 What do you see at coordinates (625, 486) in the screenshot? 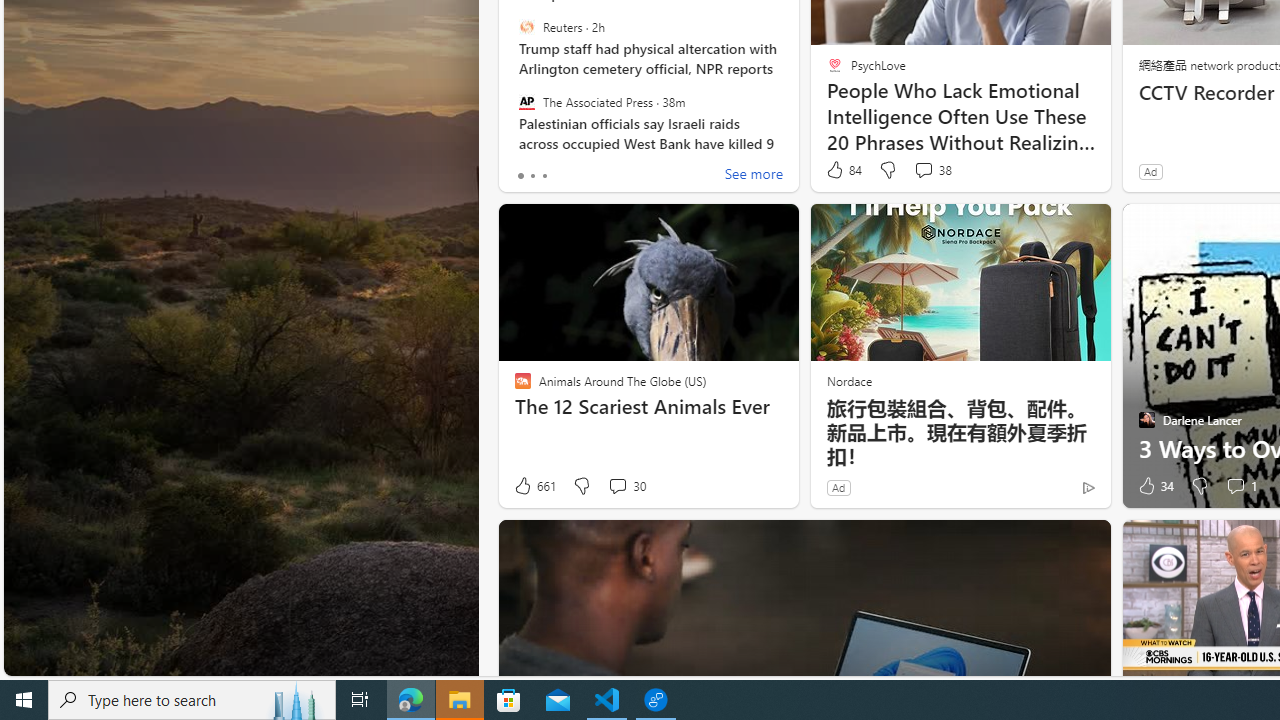
I see `'View comments 30 Comment'` at bounding box center [625, 486].